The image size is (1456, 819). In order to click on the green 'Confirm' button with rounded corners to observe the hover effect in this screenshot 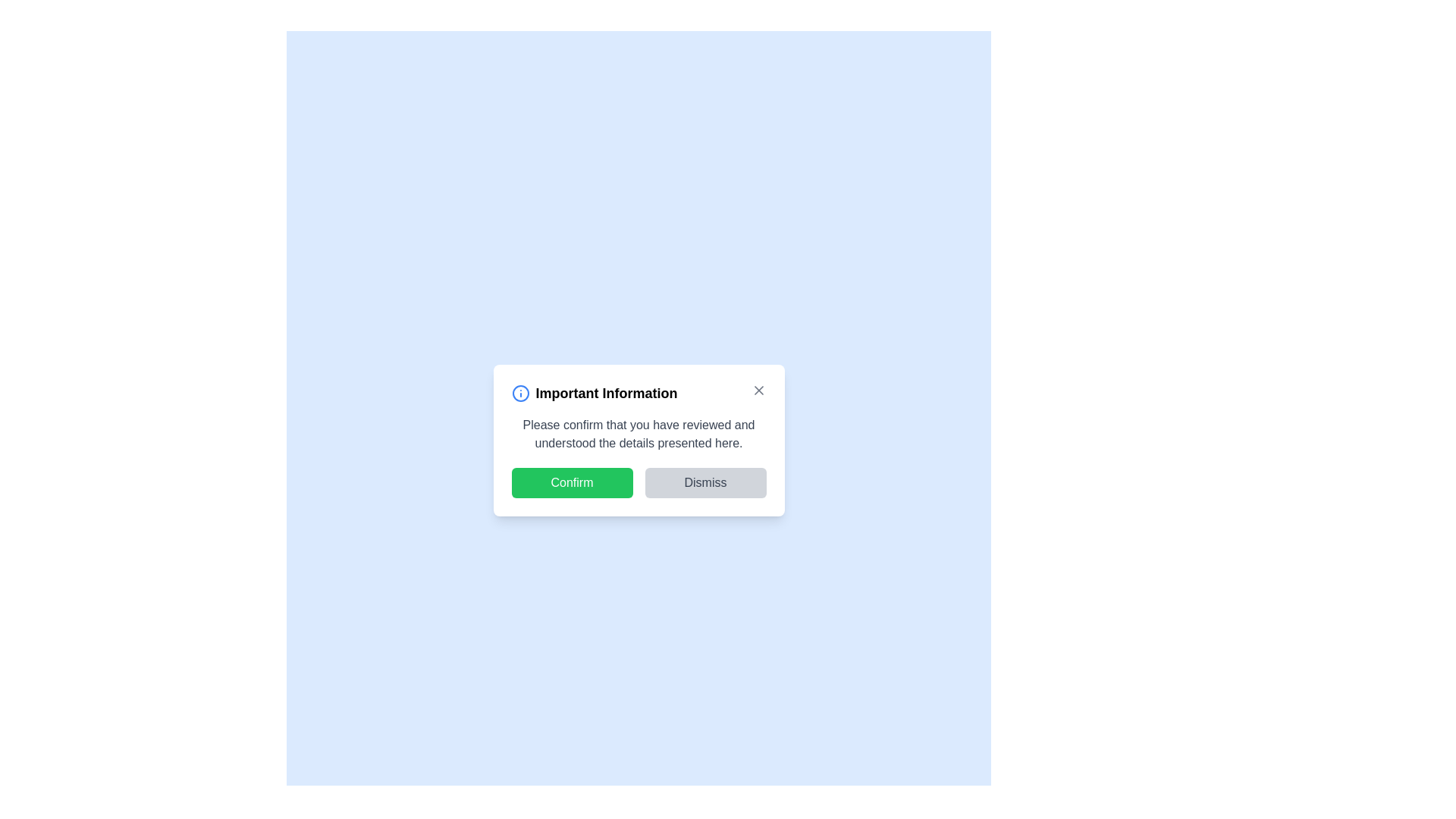, I will do `click(571, 482)`.